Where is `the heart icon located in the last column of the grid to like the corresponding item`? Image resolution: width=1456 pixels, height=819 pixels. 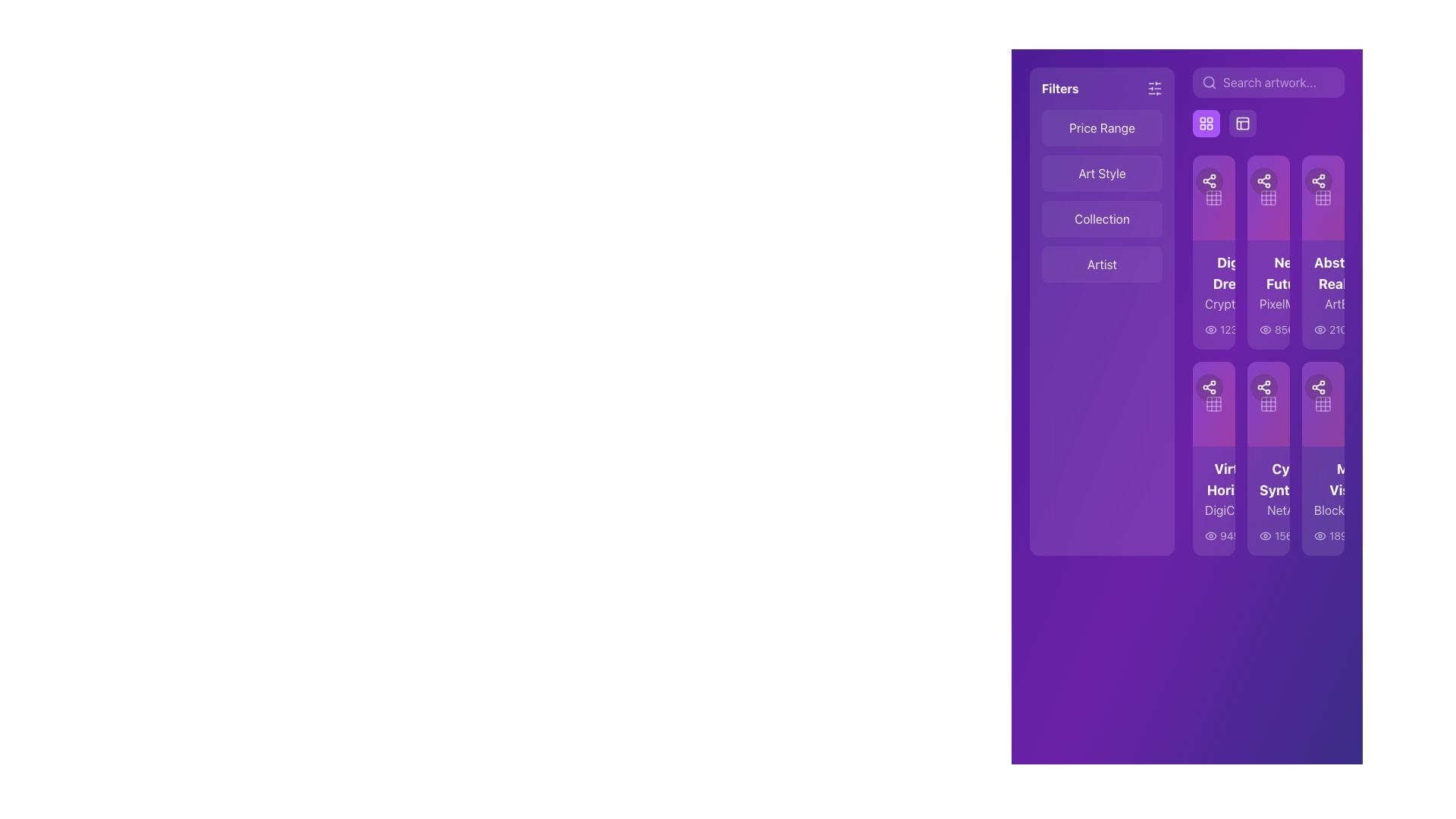
the heart icon located in the last column of the grid to like the corresponding item is located at coordinates (1360, 535).